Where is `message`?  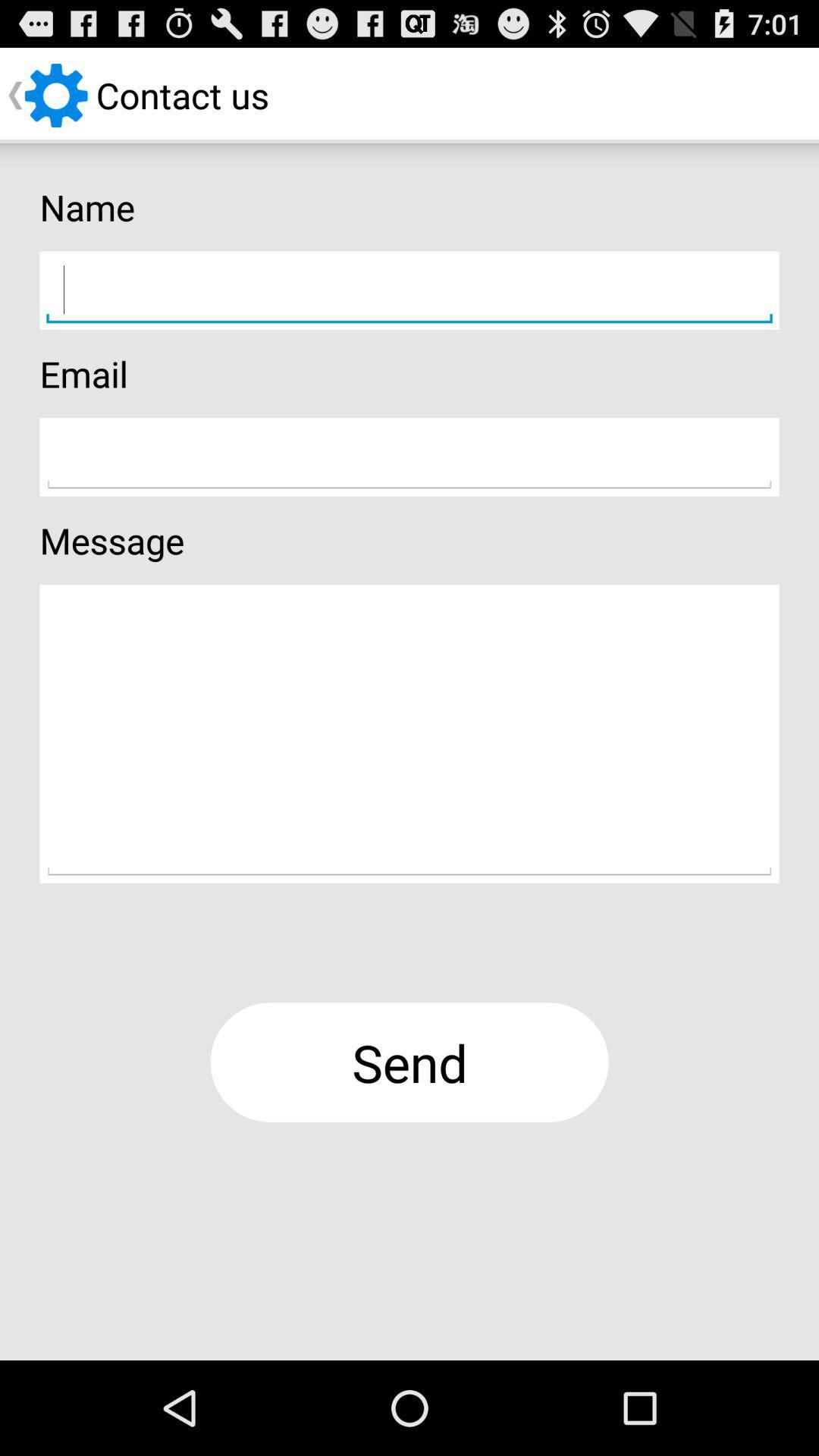
message is located at coordinates (409, 733).